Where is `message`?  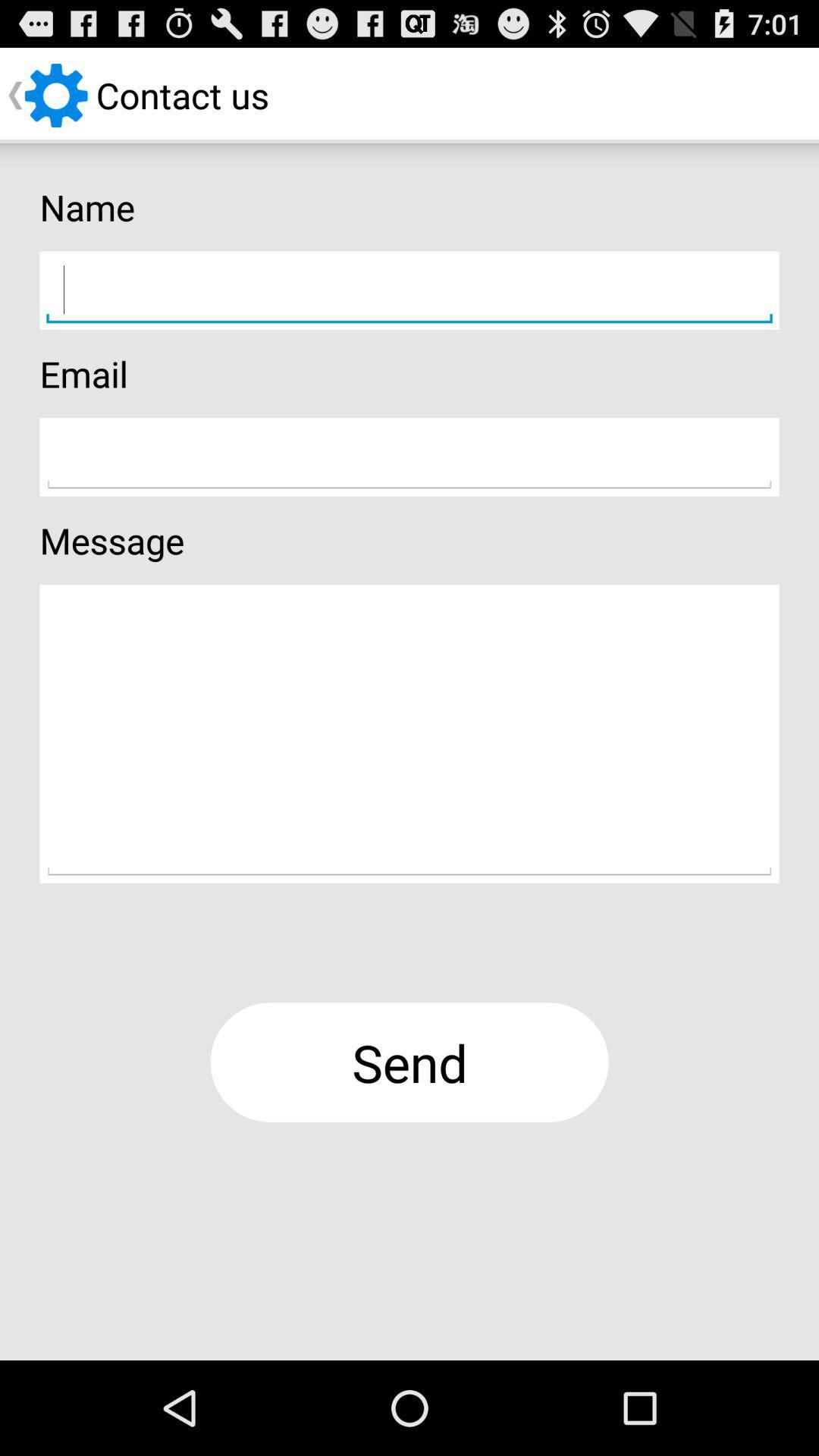
message is located at coordinates (409, 733).